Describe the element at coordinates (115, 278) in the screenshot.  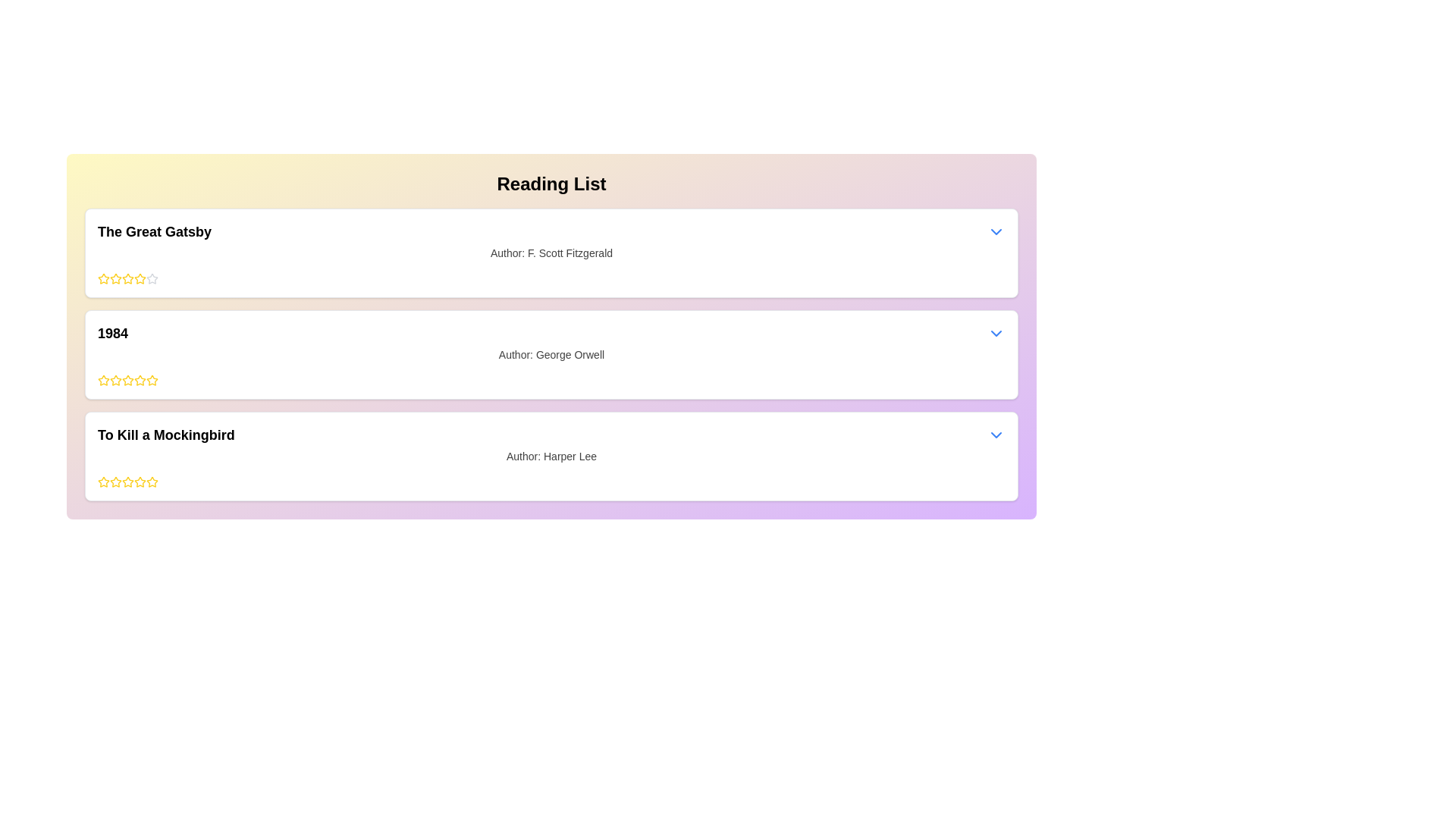
I see `the third star rating icon for 'The Great Gatsby', which is displayed horizontally under the title` at that location.